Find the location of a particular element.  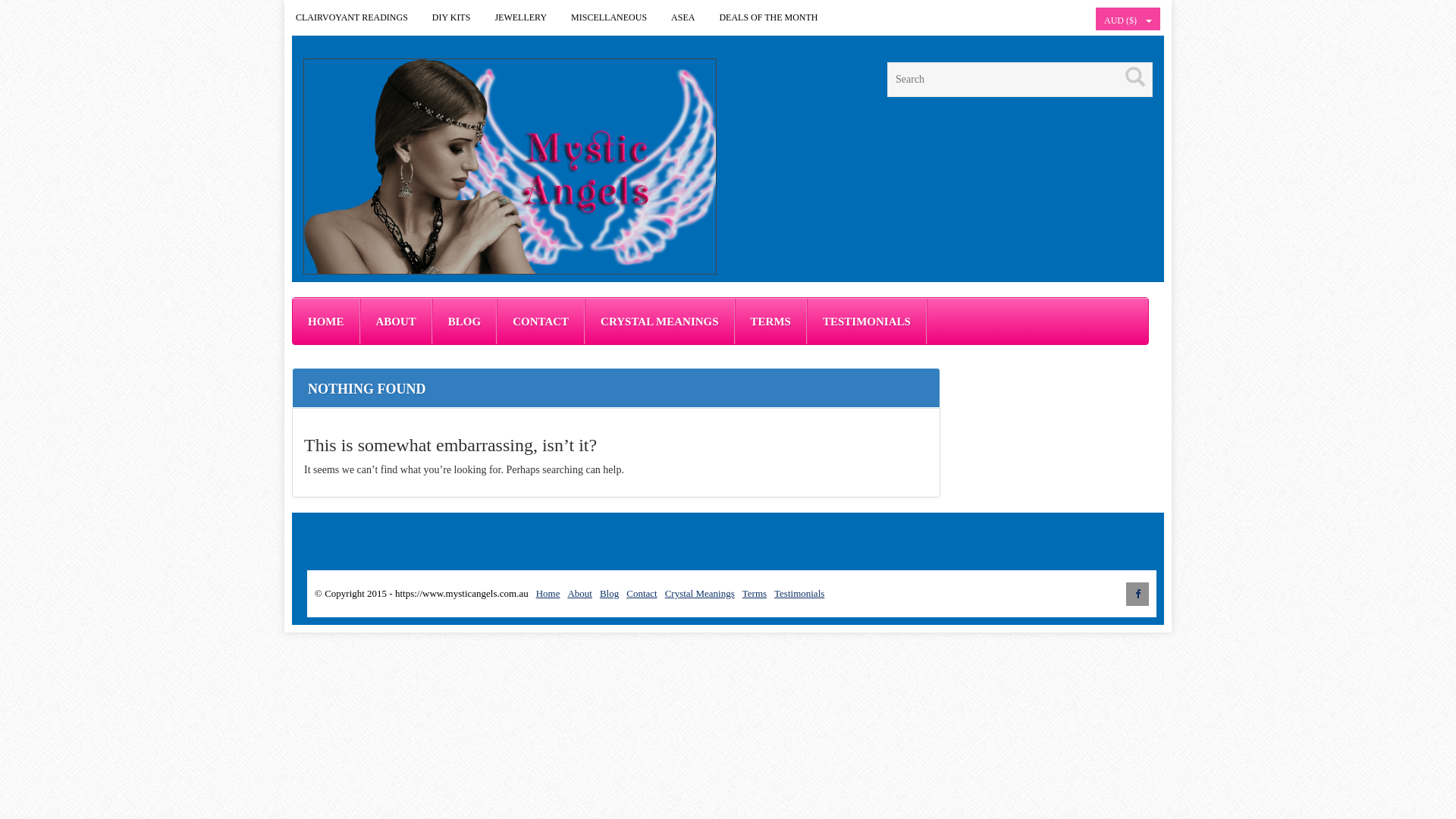

'Contact' is located at coordinates (641, 592).